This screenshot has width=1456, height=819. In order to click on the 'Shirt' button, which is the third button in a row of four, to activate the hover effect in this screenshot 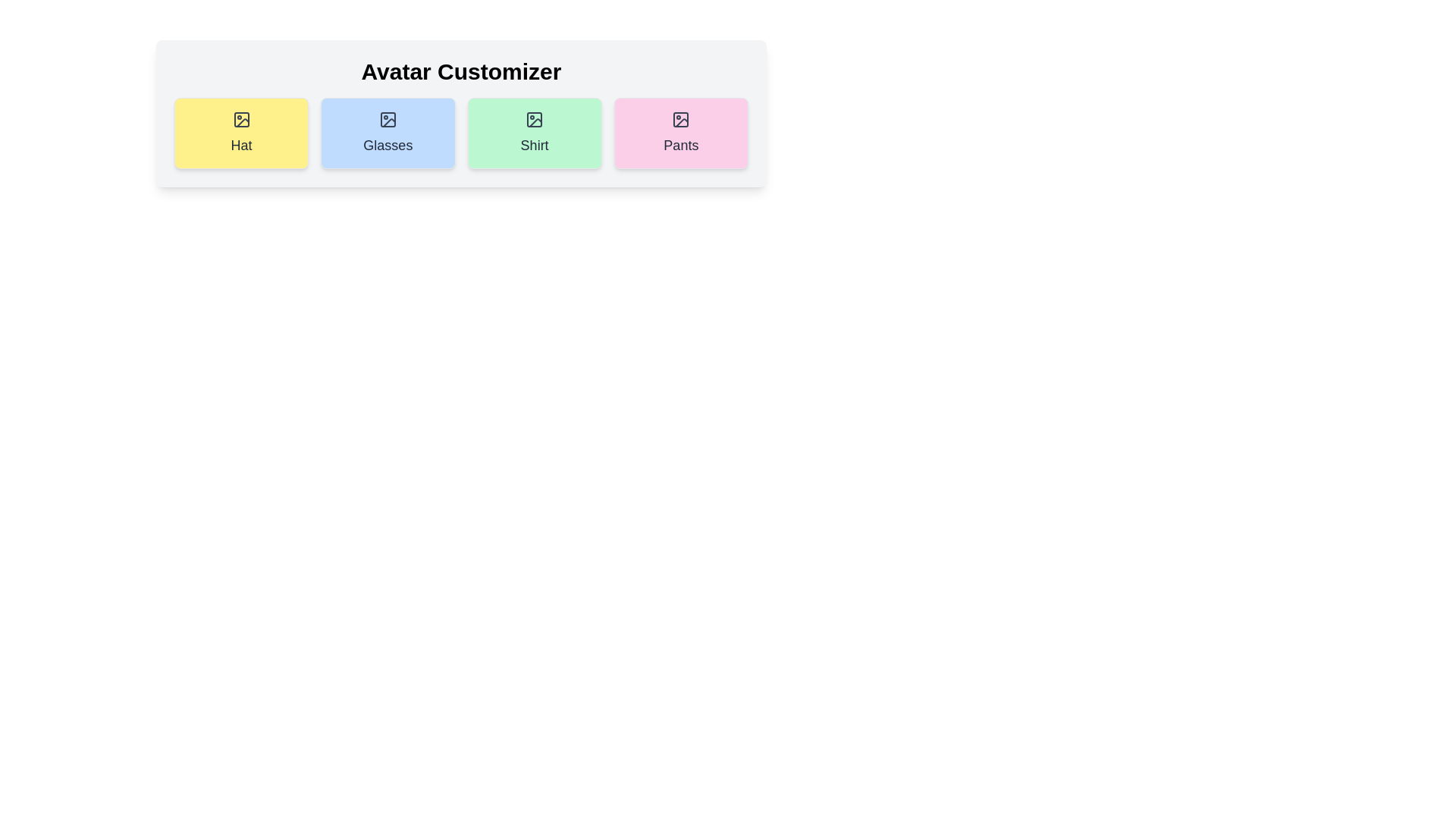, I will do `click(535, 133)`.